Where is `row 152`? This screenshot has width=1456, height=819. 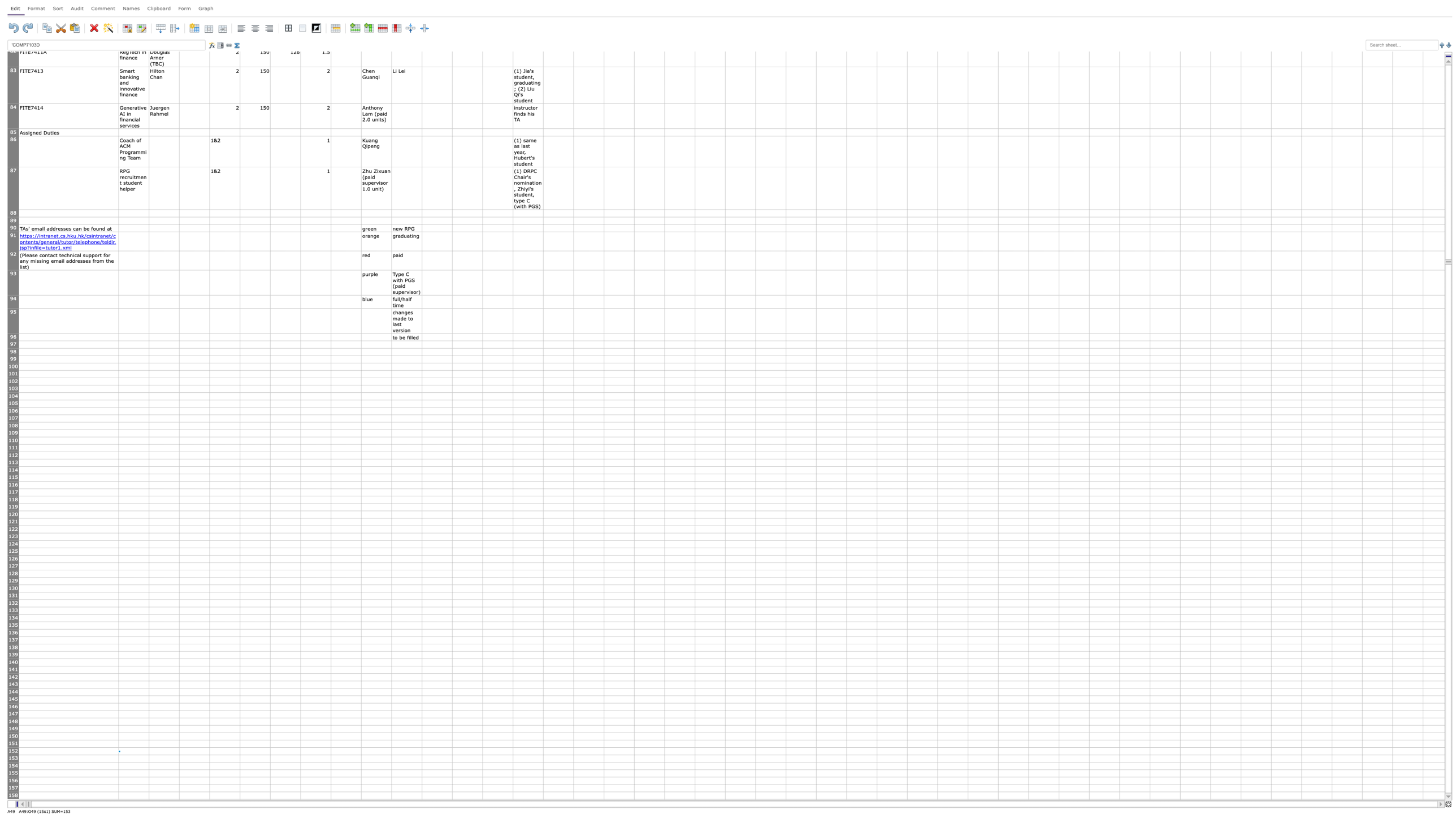 row 152 is located at coordinates (13, 751).